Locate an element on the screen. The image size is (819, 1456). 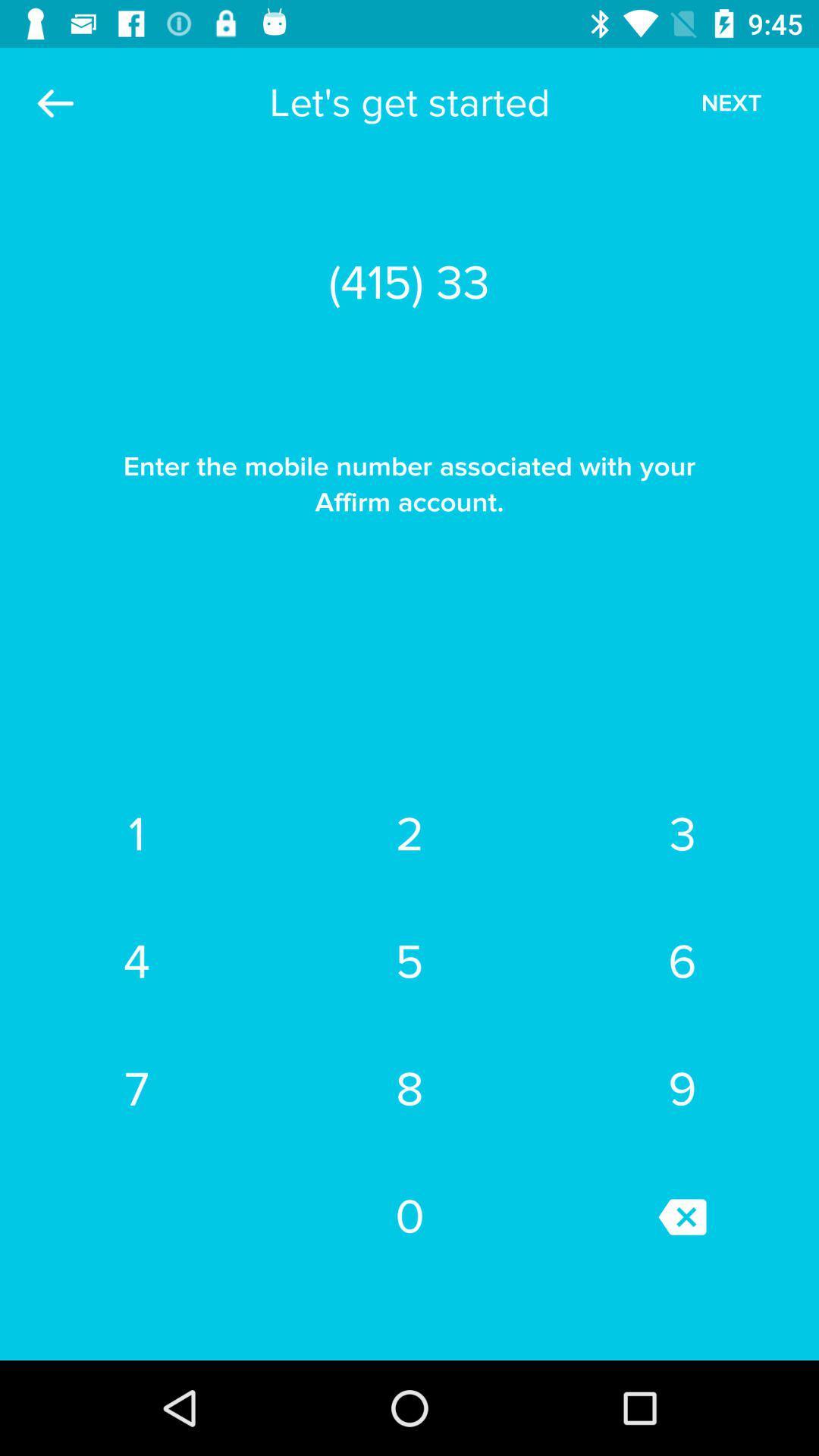
the item above the enter the mobile is located at coordinates (55, 102).